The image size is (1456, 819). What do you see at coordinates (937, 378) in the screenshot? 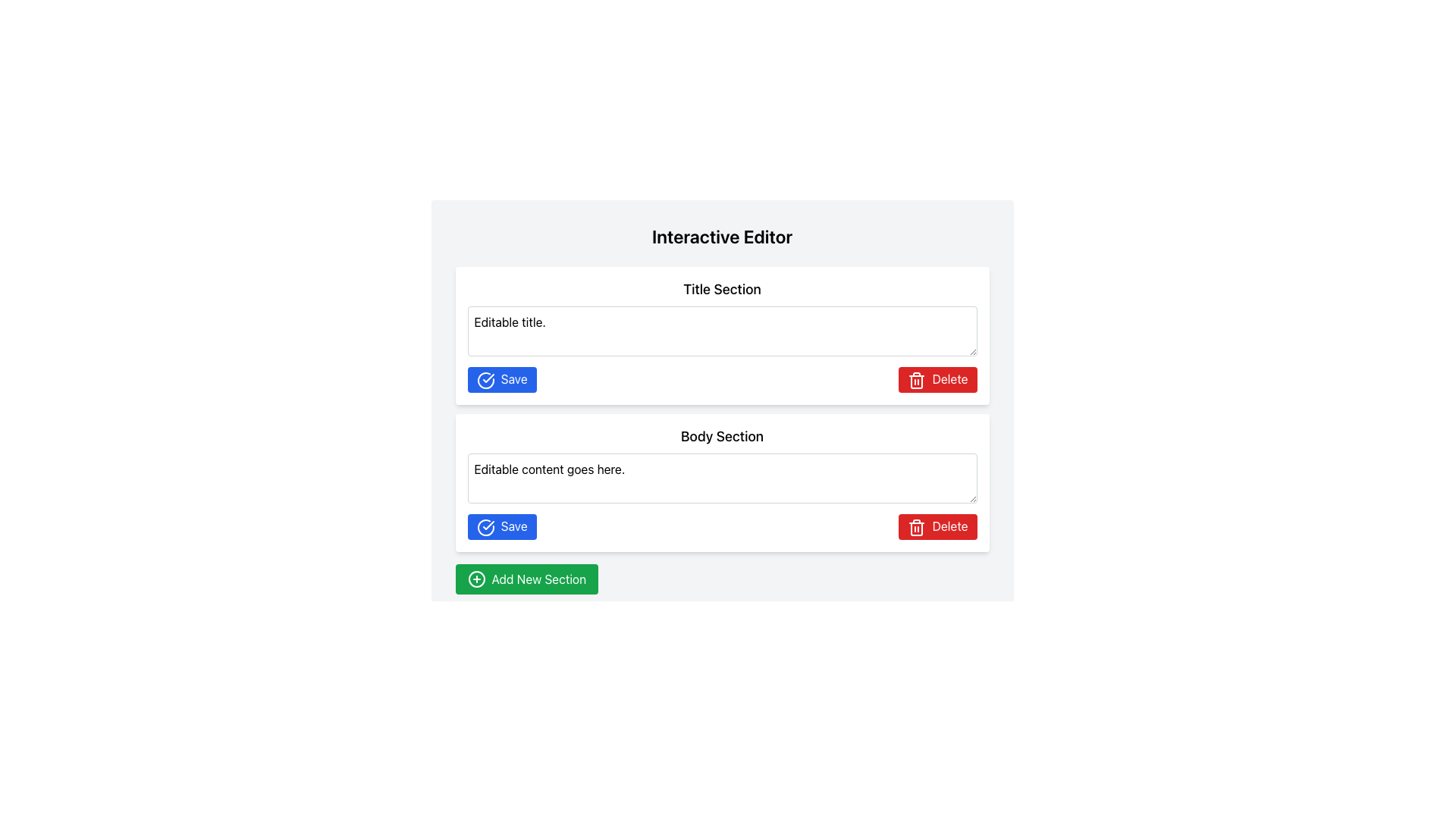
I see `the prominent red 'Delete' button with a white trash can icon located to the right of the 'Editable title.' text field` at bounding box center [937, 378].